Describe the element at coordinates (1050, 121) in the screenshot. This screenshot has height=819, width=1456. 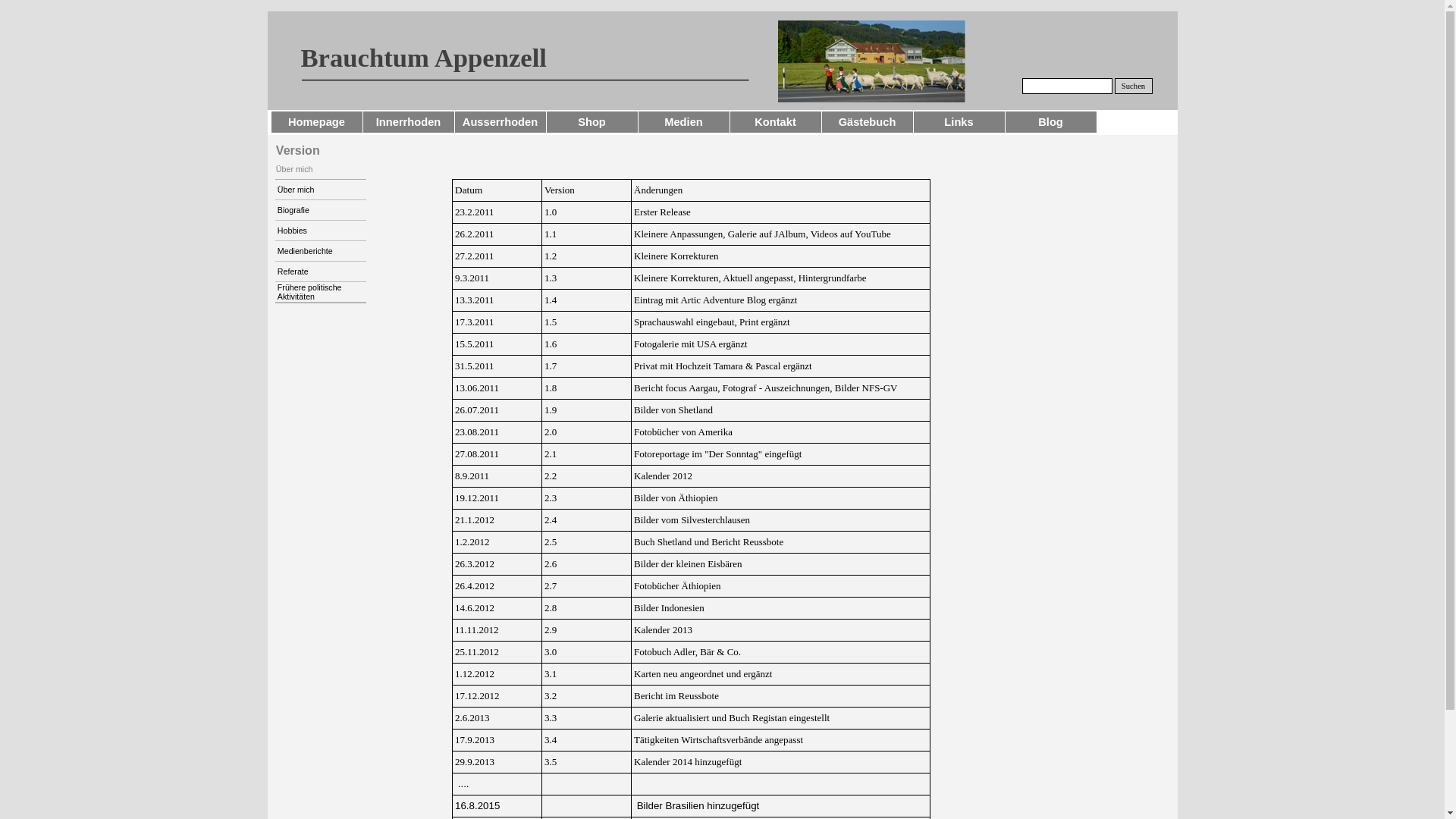
I see `'Blog'` at that location.